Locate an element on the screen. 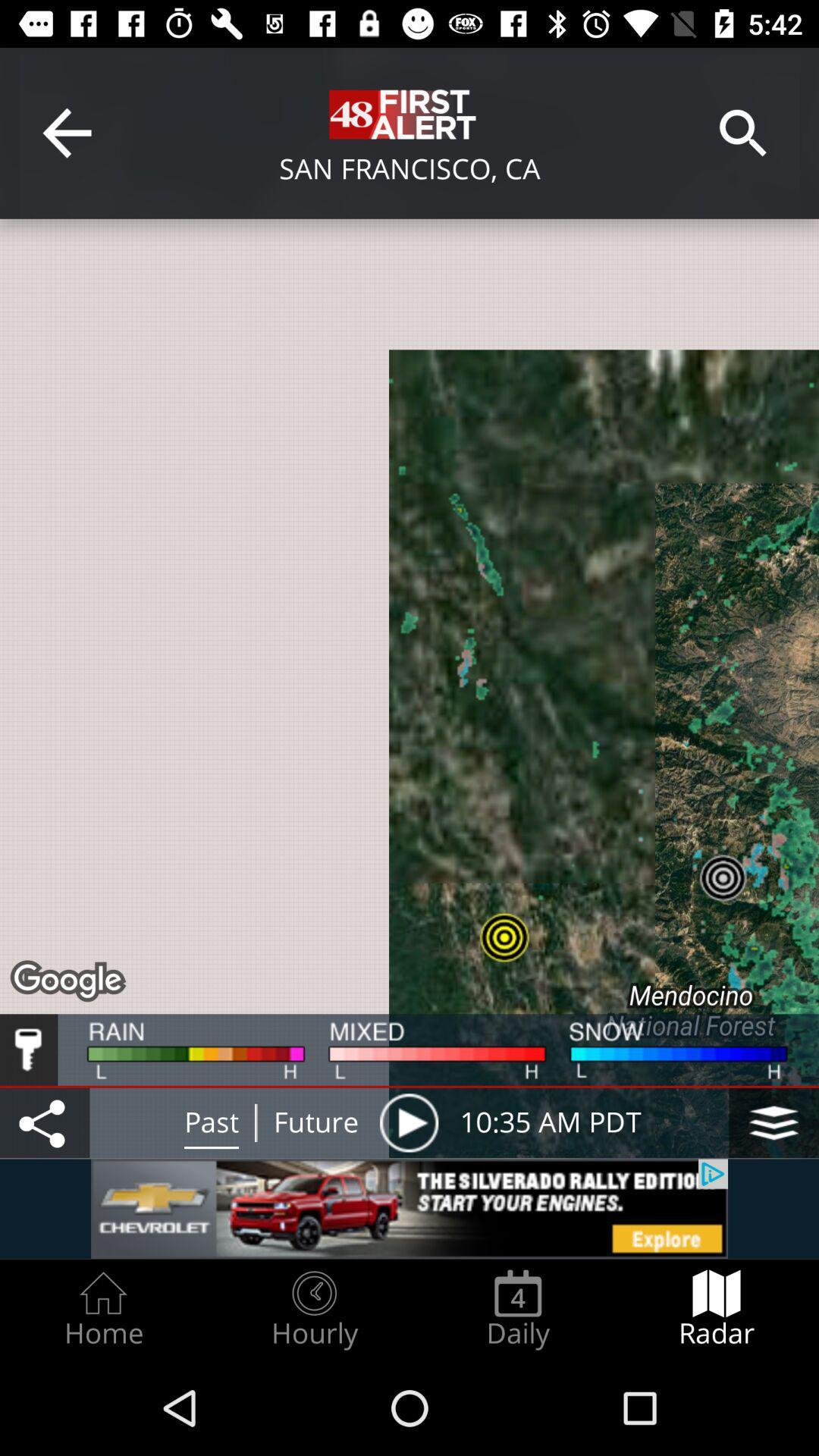 The image size is (819, 1456). icon to the left of the 10 35 am is located at coordinates (408, 1122).